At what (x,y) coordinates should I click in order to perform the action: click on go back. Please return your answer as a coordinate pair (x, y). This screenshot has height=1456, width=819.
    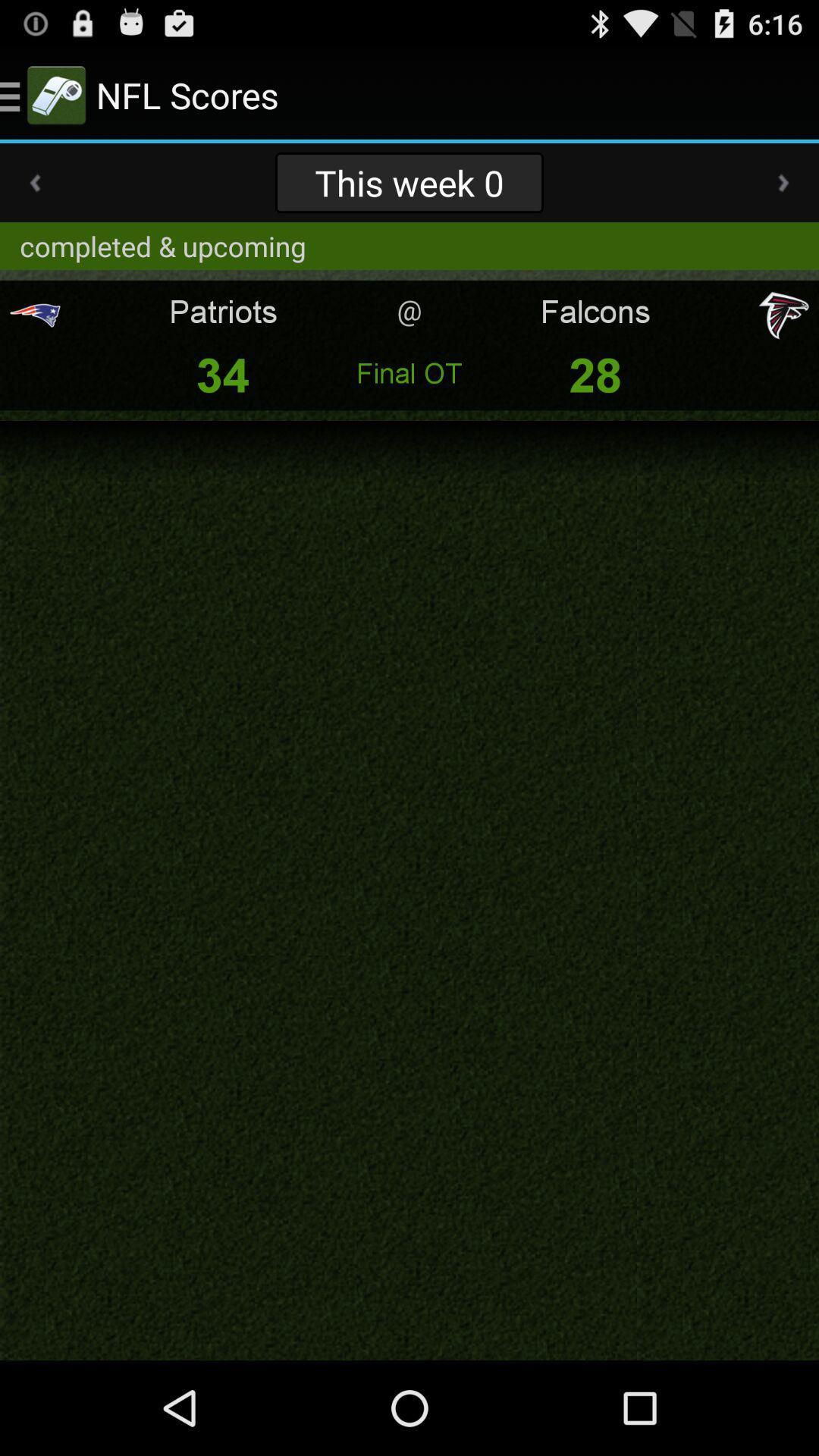
    Looking at the image, I should click on (34, 182).